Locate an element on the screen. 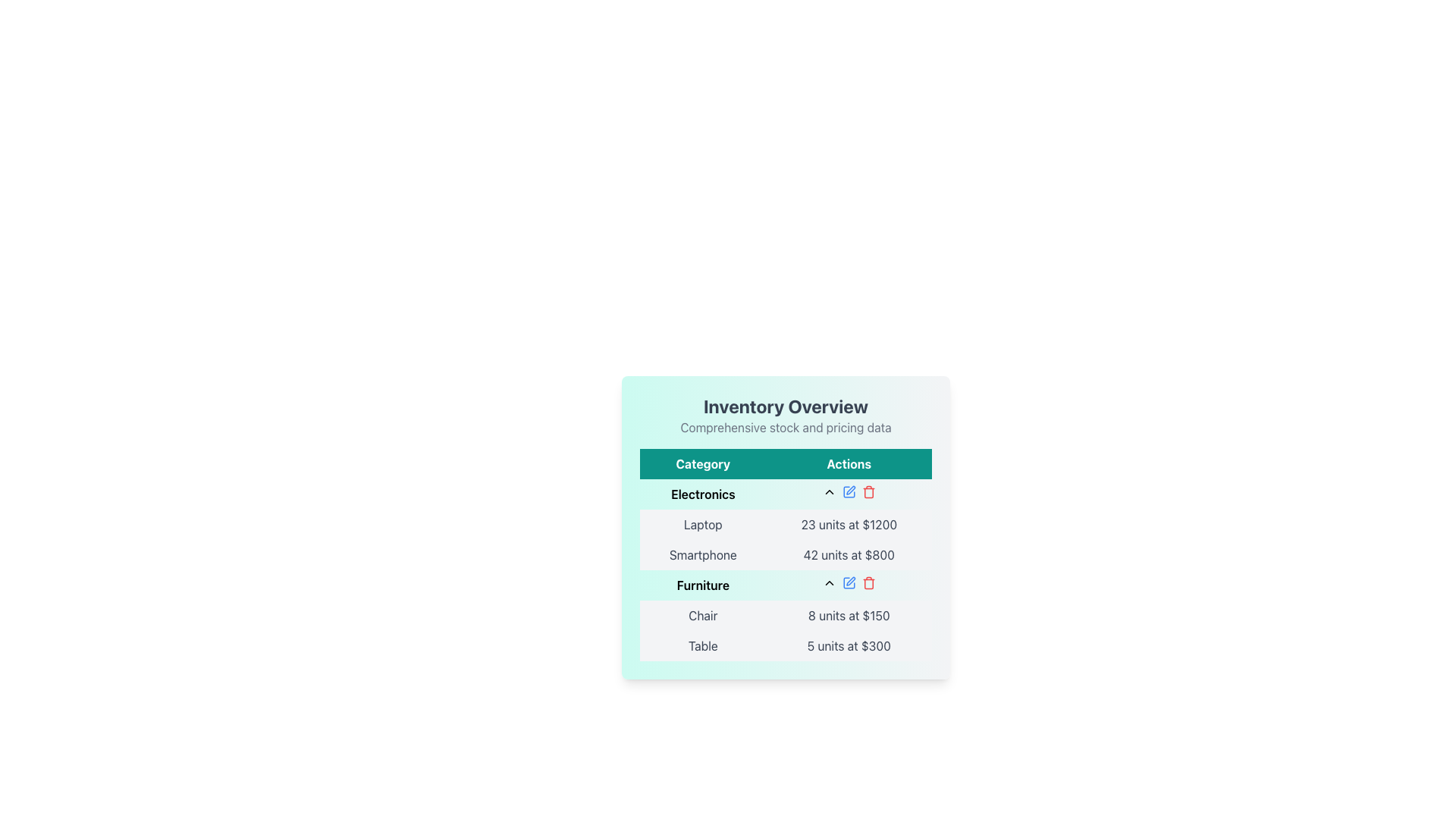 Image resolution: width=1456 pixels, height=819 pixels. the edit icon within the group of icons located to the right of the 'Electronics' text in the 'Actions' column of the table is located at coordinates (848, 491).